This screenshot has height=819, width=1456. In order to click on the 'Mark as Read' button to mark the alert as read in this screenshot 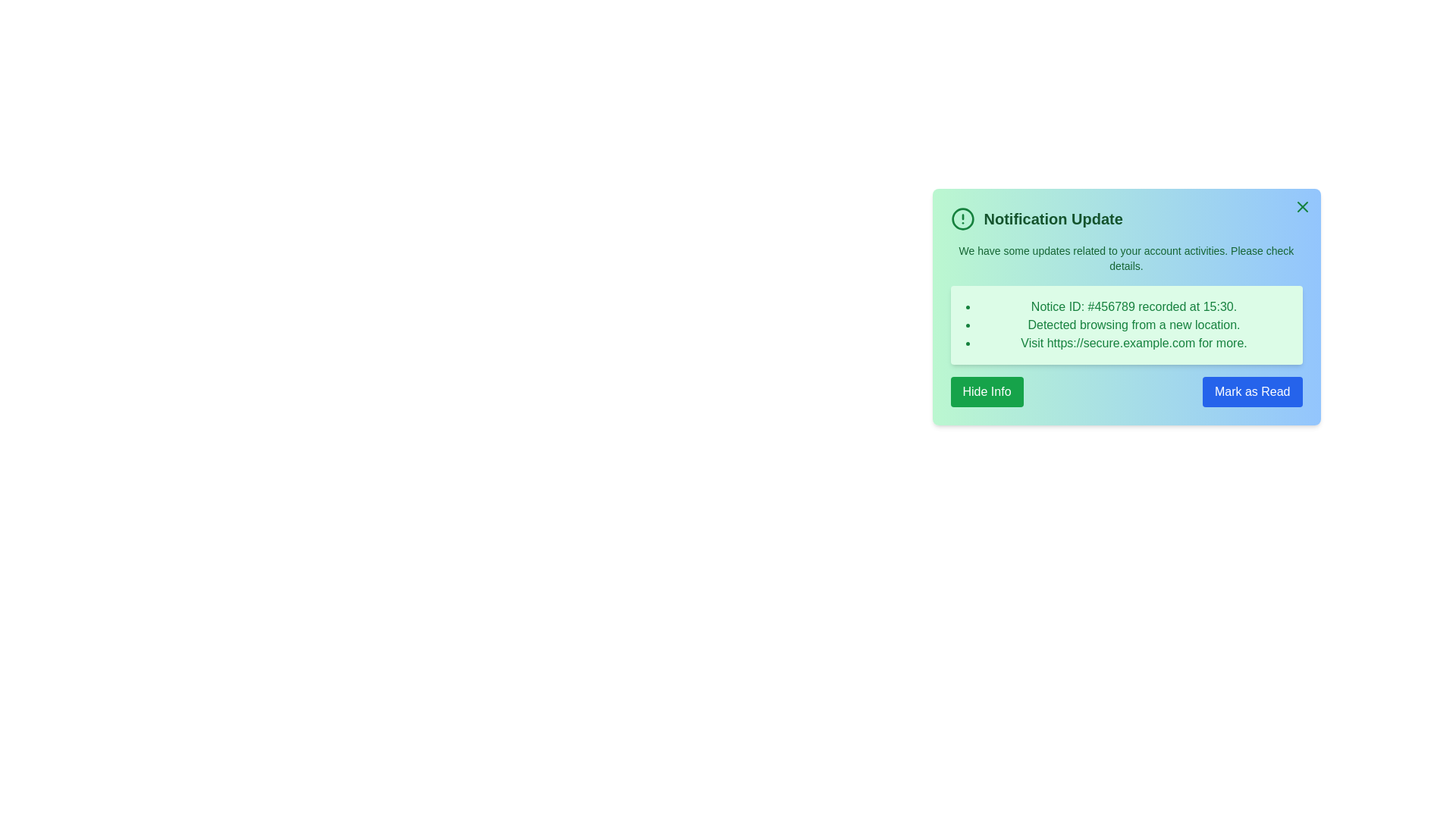, I will do `click(1252, 391)`.